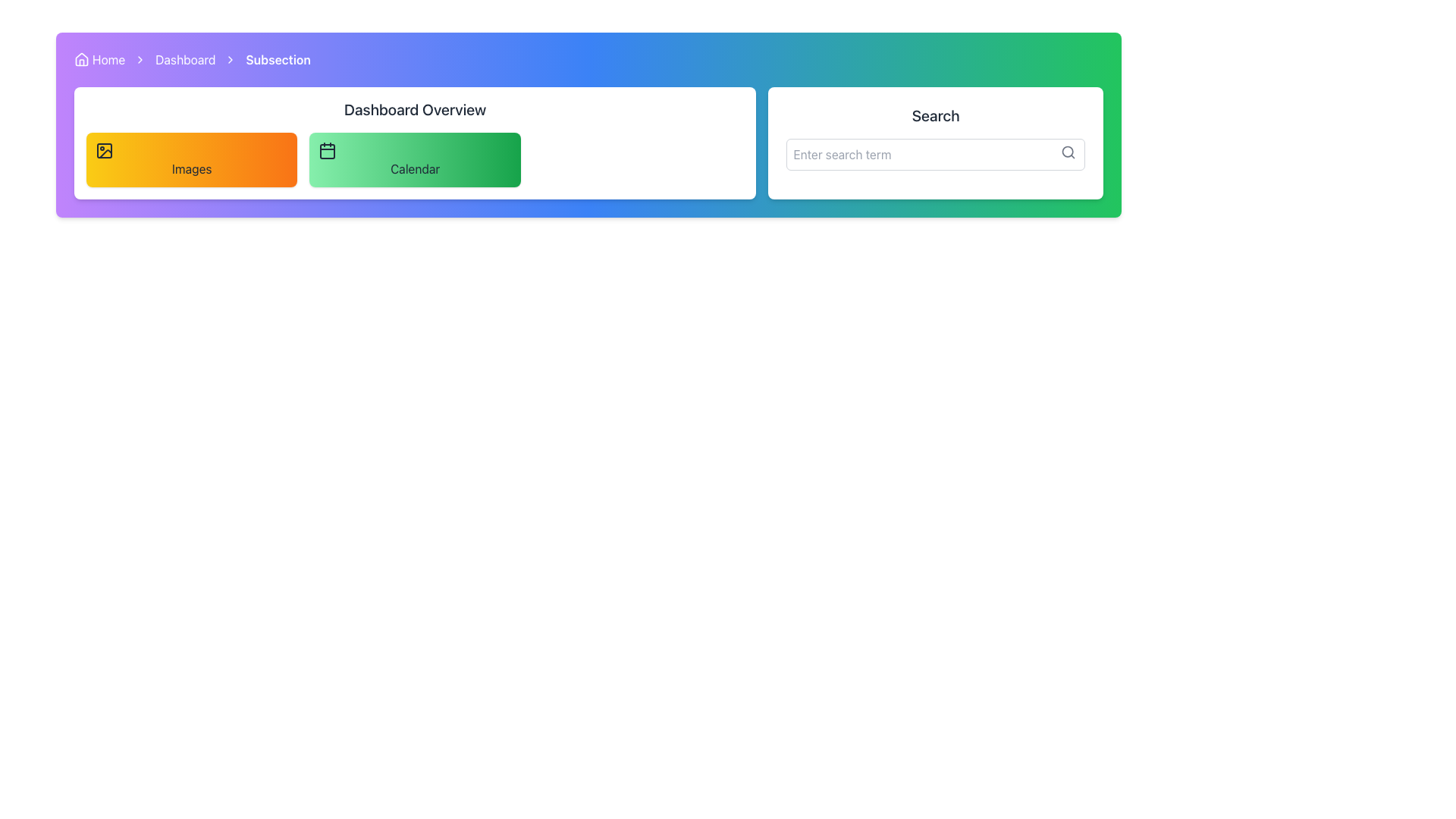 This screenshot has width=1456, height=819. Describe the element at coordinates (230, 58) in the screenshot. I see `the third chevron icon in the breadcrumb navigation bar, located between 'Dashboard' and 'Subsection'` at that location.